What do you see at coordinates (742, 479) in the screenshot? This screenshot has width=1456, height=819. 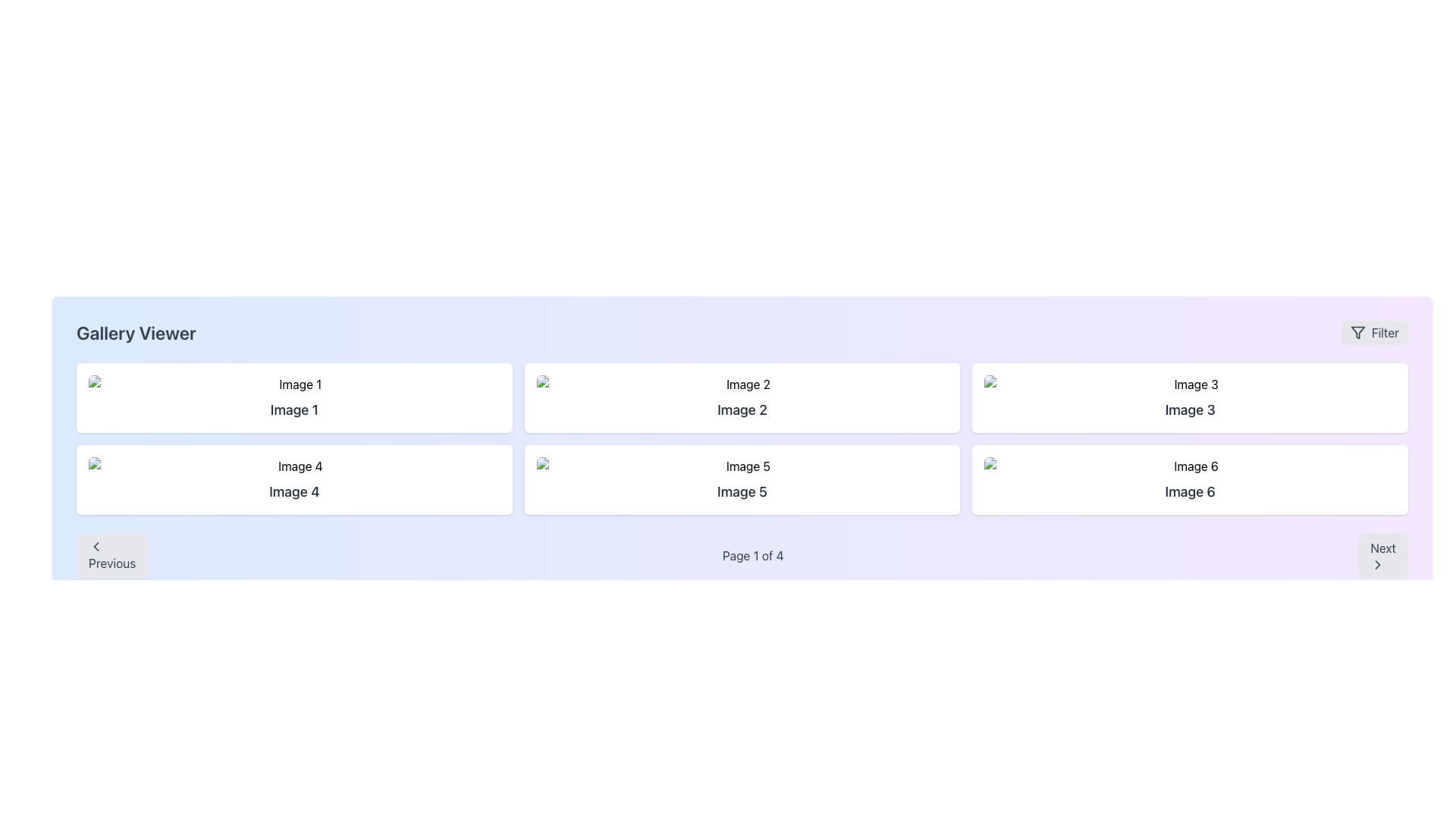 I see `the Card with image and text located in the second row and second column of the grid layout, positioned centrally between 'Image 4' and 'Image 6'` at bounding box center [742, 479].